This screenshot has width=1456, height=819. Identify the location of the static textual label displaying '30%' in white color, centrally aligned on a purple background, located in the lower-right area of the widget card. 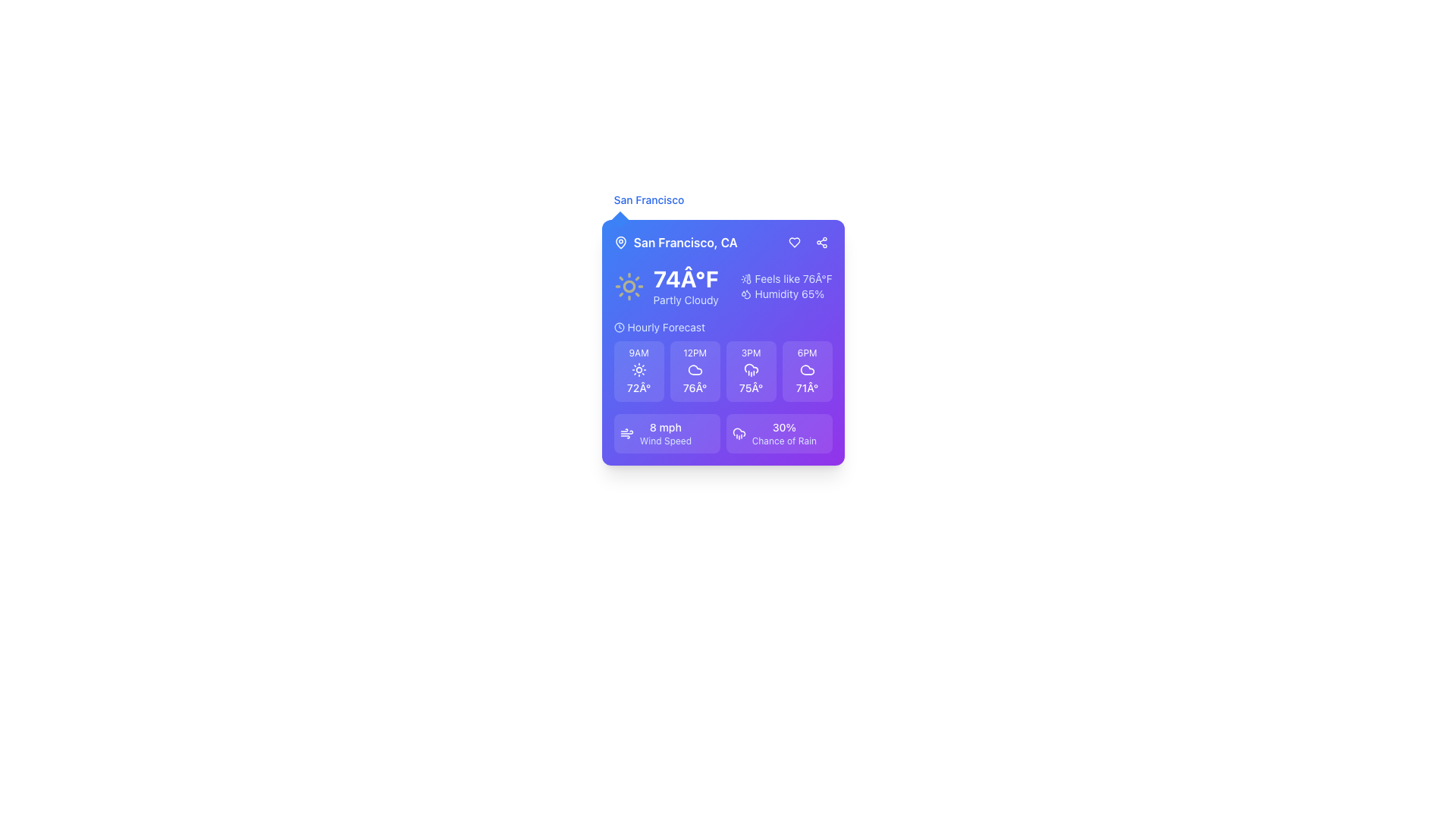
(784, 427).